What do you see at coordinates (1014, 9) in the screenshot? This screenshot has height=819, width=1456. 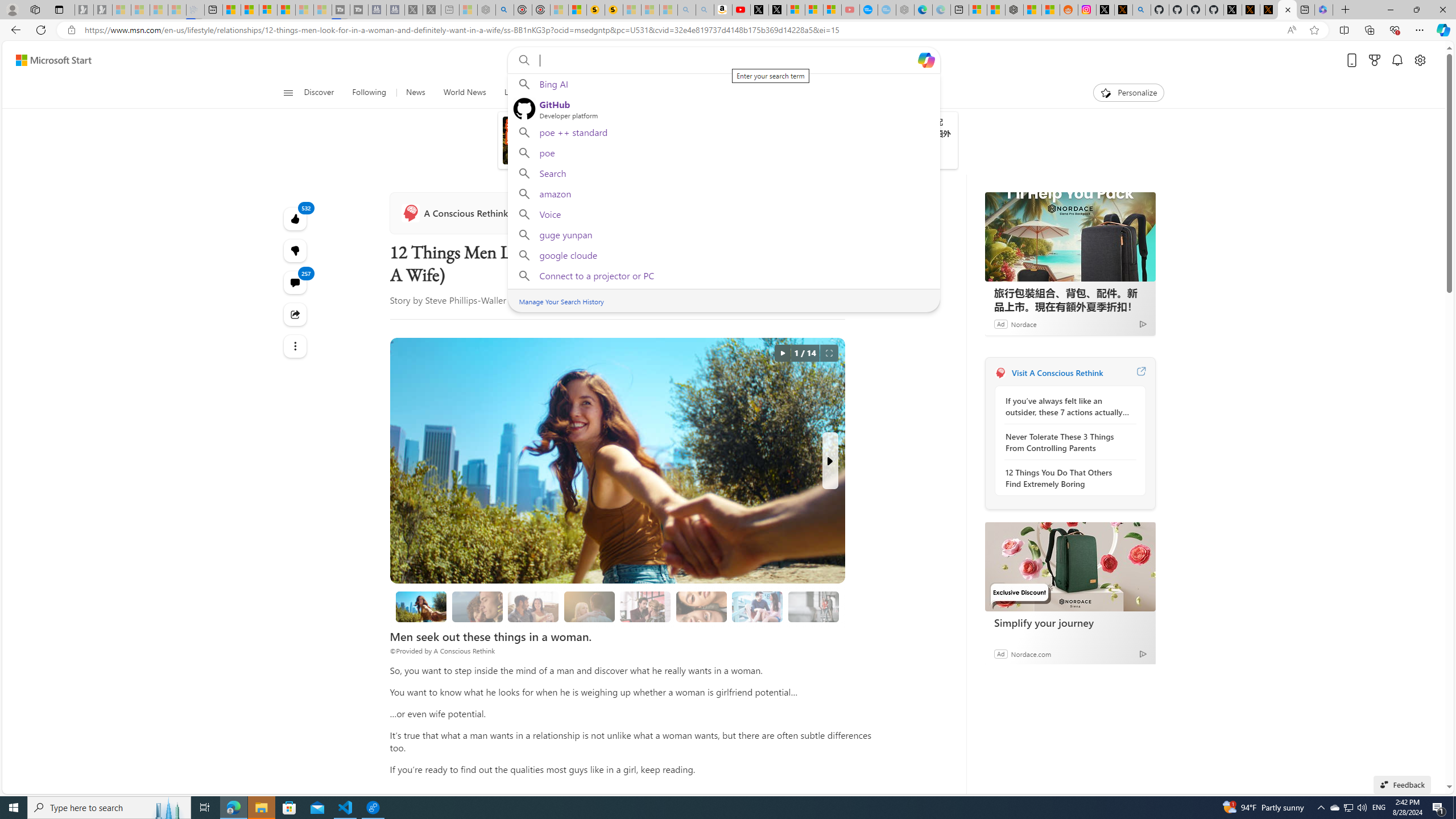 I see `'Nordace - Duffels'` at bounding box center [1014, 9].